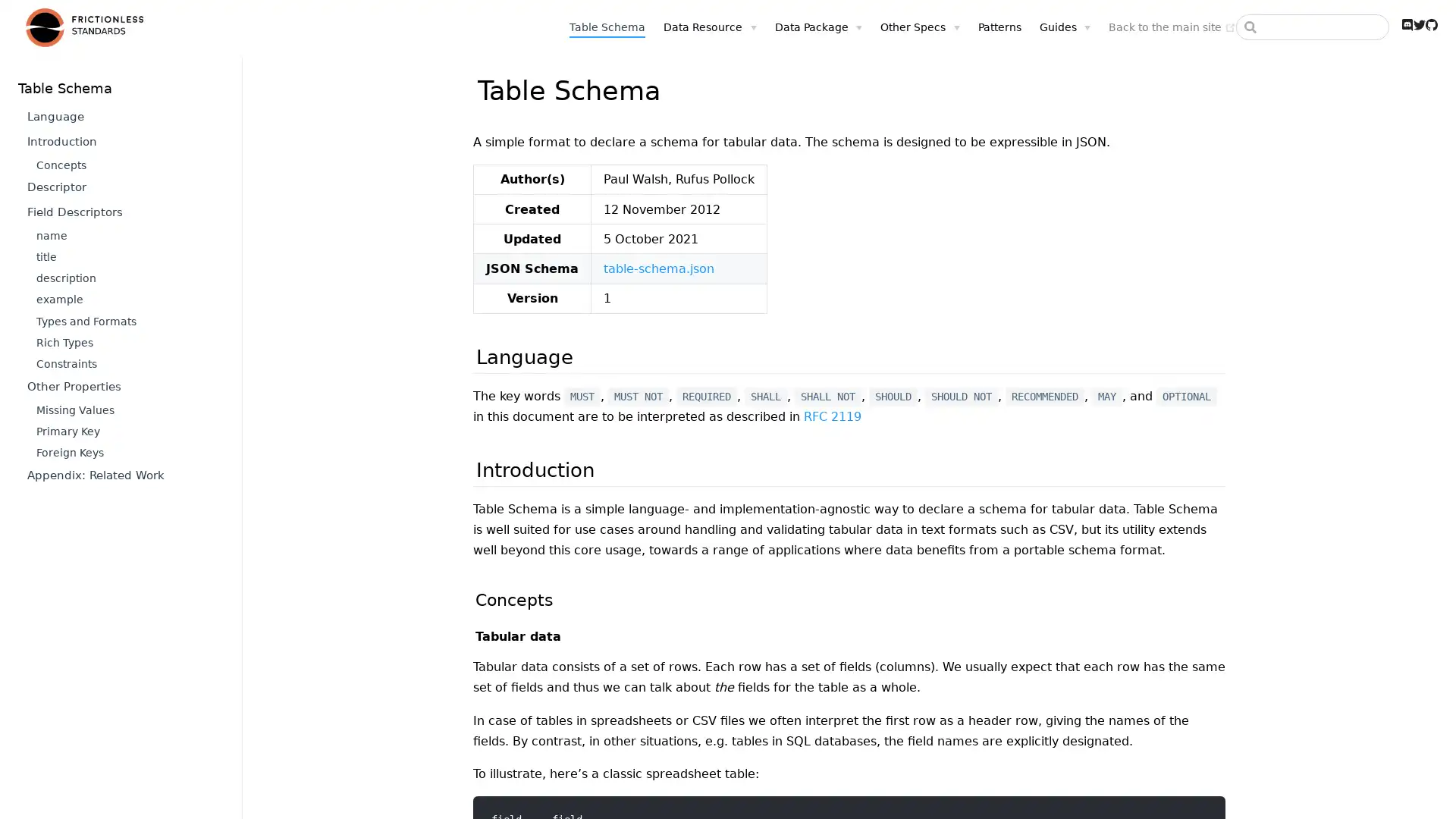 The width and height of the screenshot is (1456, 819). Describe the element at coordinates (817, 27) in the screenshot. I see `Data Package` at that location.